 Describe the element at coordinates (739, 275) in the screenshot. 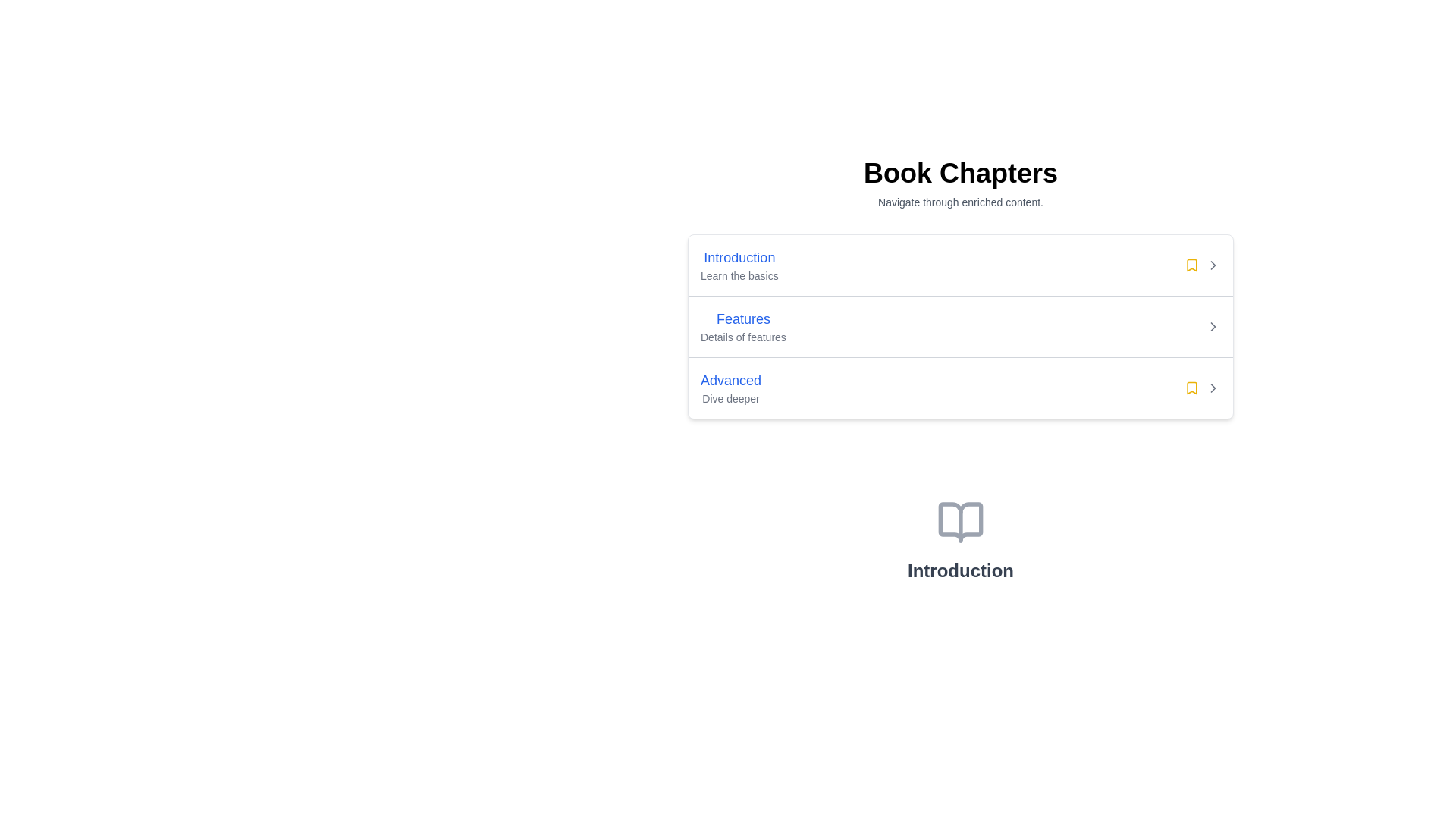

I see `the descriptive text label located directly underneath the 'Introduction' heading, which provides additional context about this chapter` at that location.